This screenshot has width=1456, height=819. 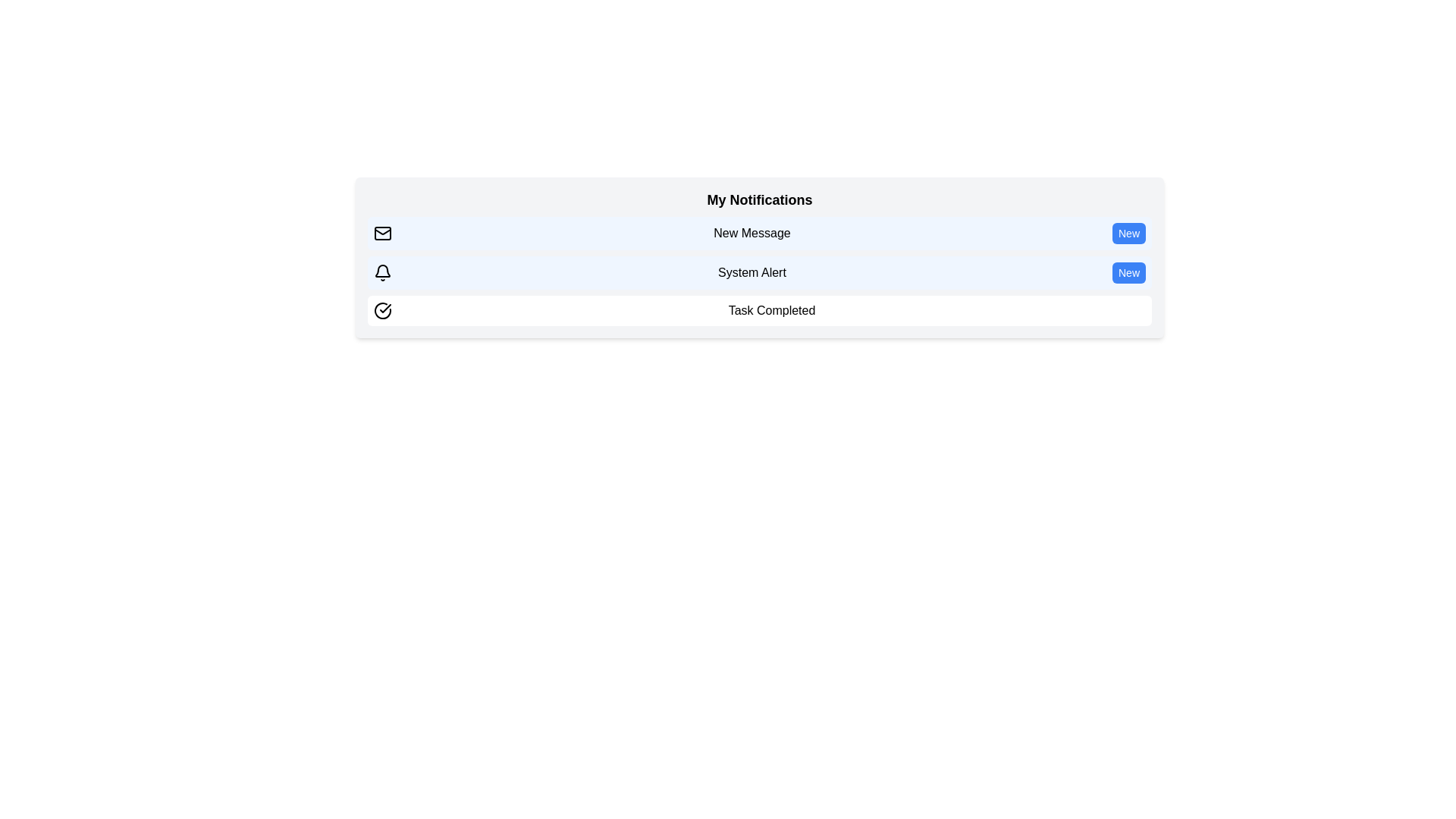 What do you see at coordinates (382, 231) in the screenshot?
I see `the vector graphic component of the envelope icon representing a mail notification, which is located to the left of the text 'New Message' in the first row of notification items` at bounding box center [382, 231].